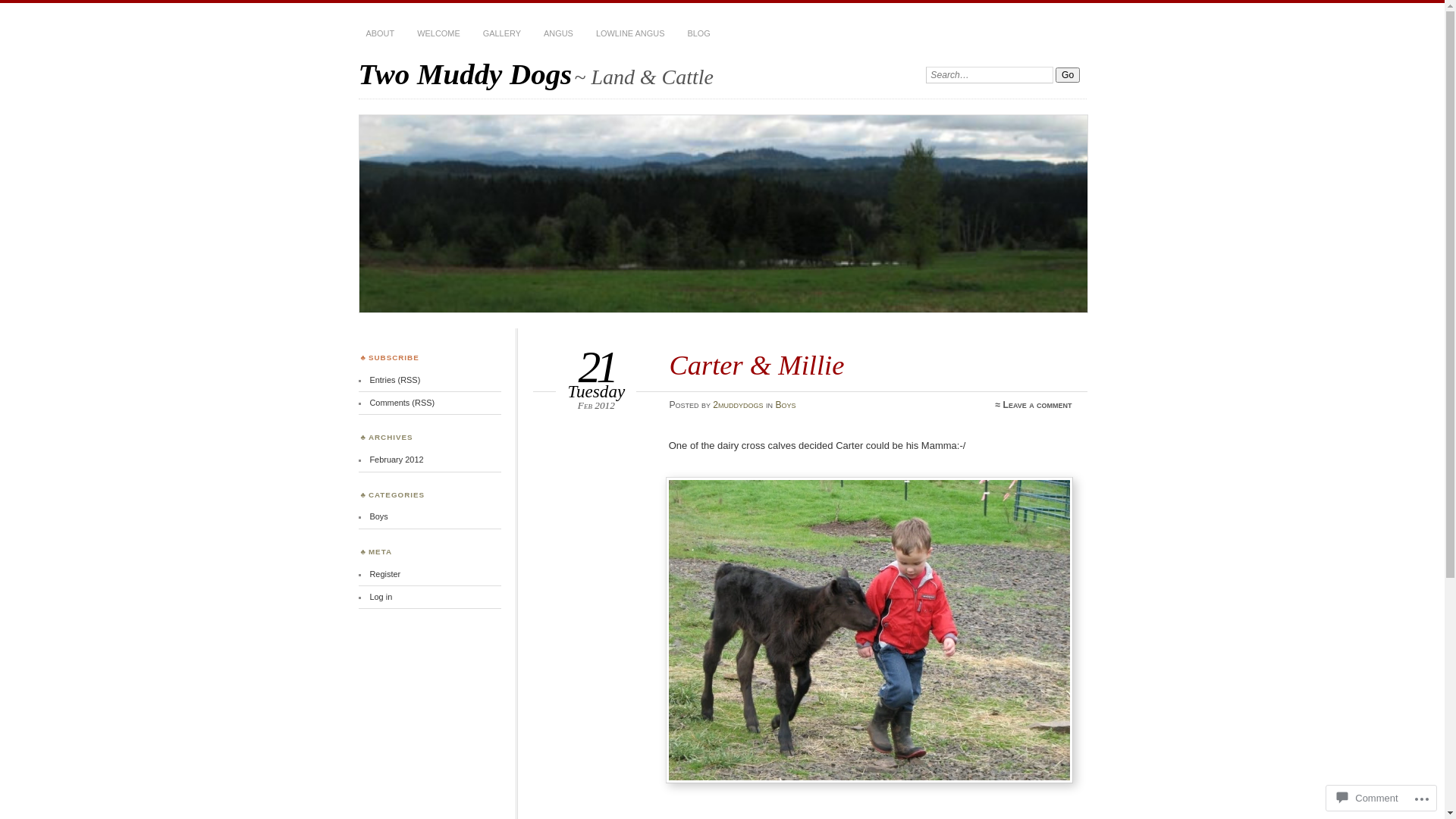 This screenshot has width=1456, height=819. Describe the element at coordinates (630, 34) in the screenshot. I see `'LOWLINE ANGUS'` at that location.